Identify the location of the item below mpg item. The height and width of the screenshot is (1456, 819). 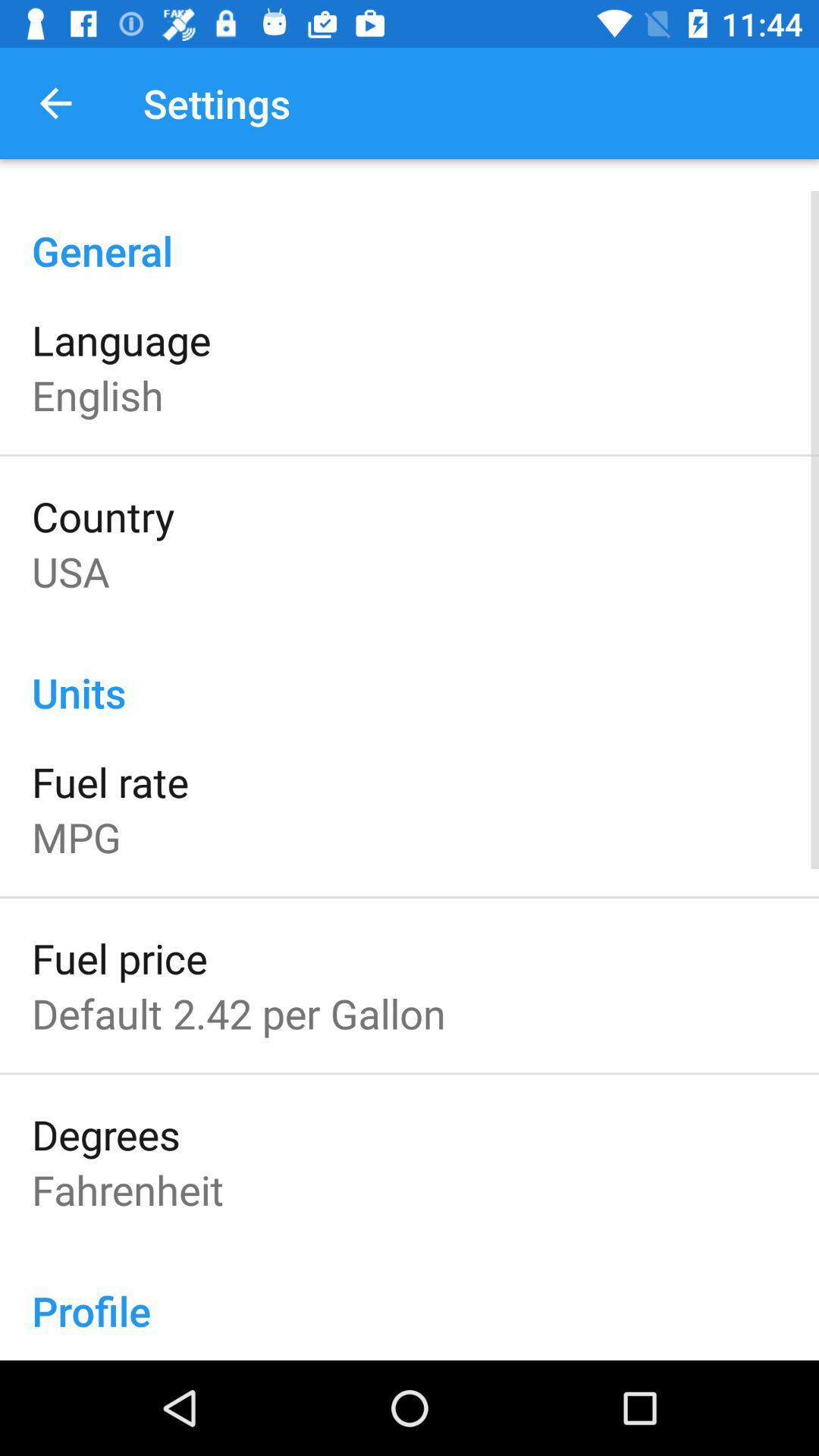
(118, 957).